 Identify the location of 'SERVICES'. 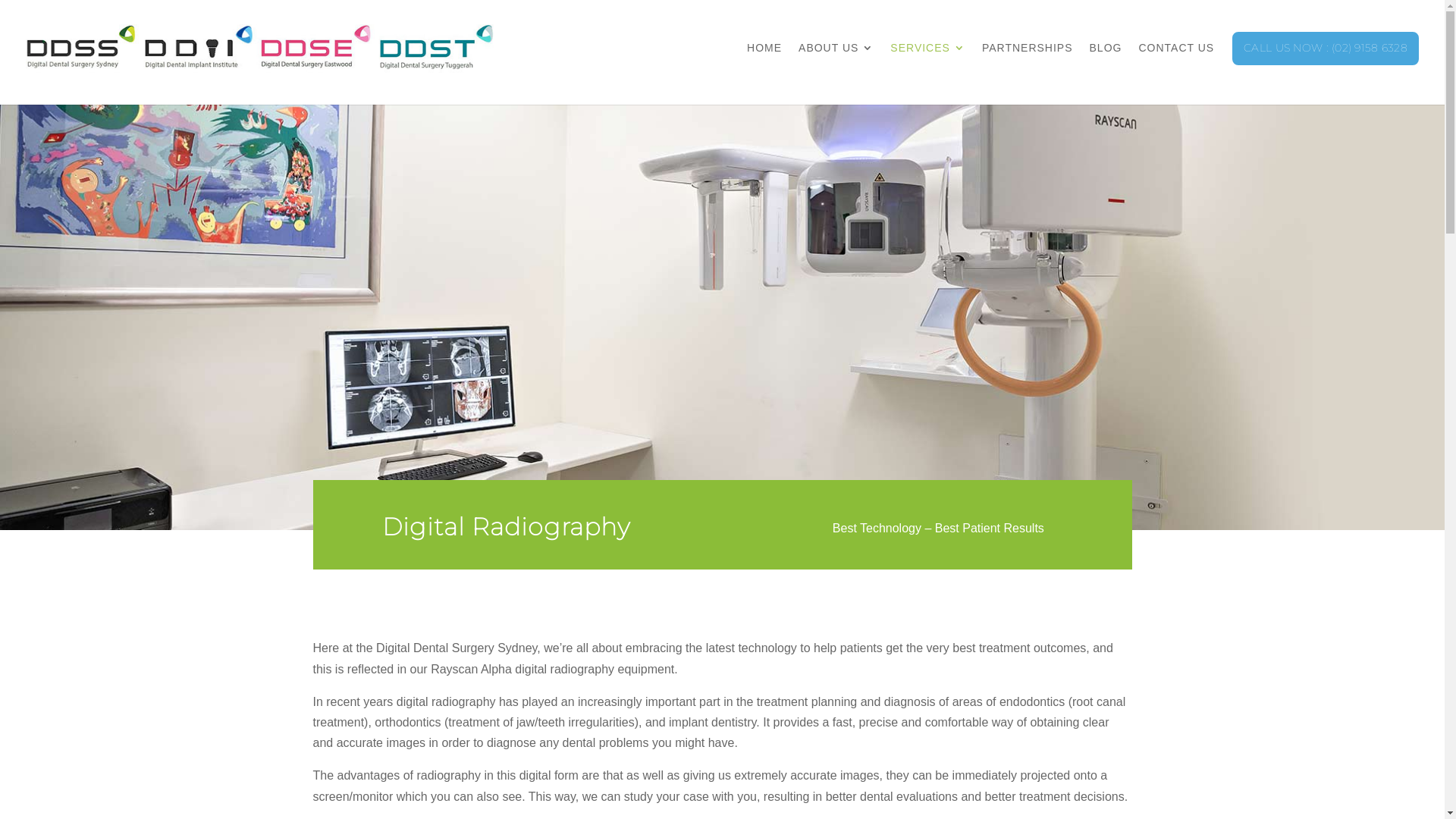
(927, 62).